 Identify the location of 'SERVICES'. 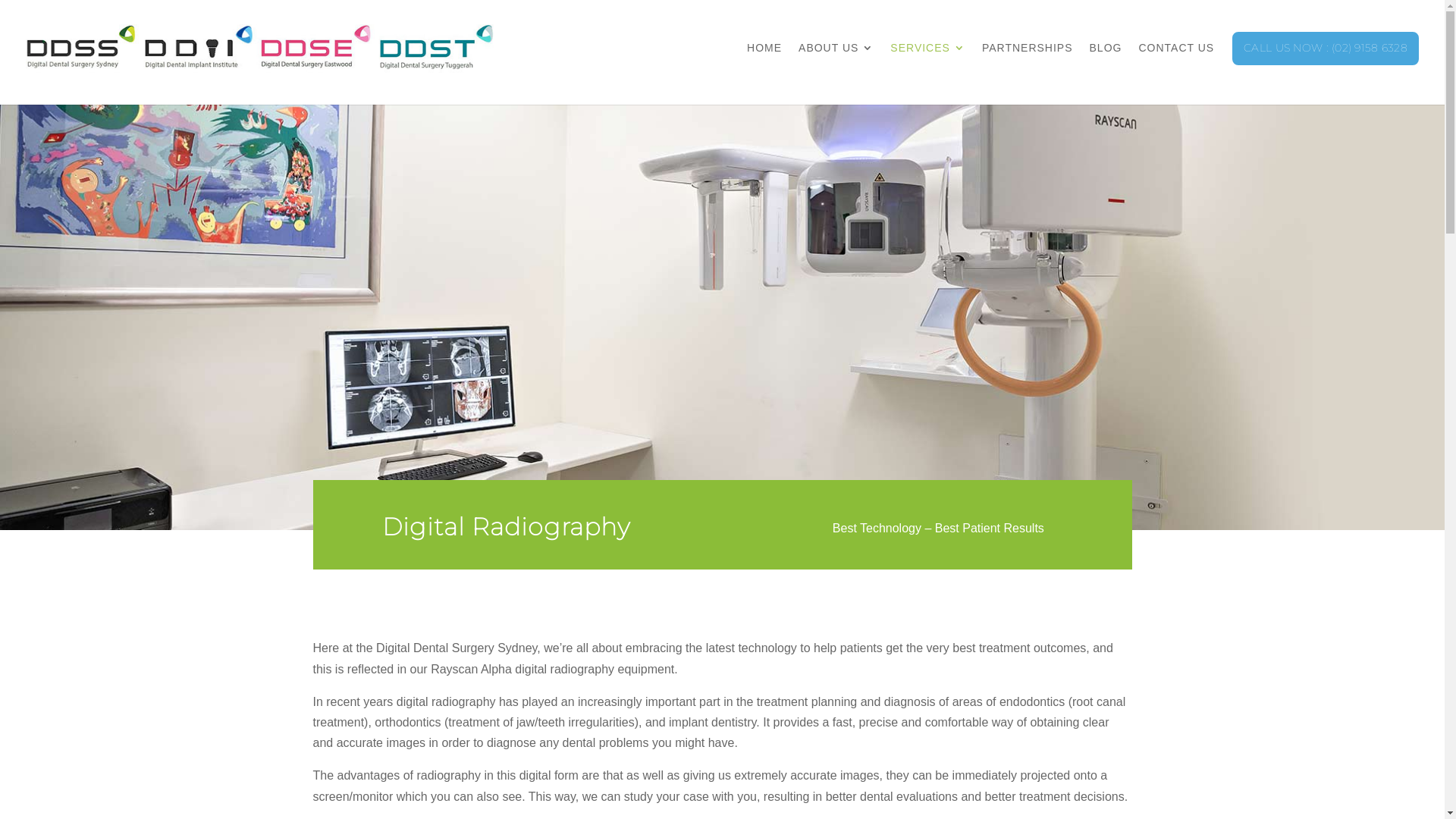
(927, 62).